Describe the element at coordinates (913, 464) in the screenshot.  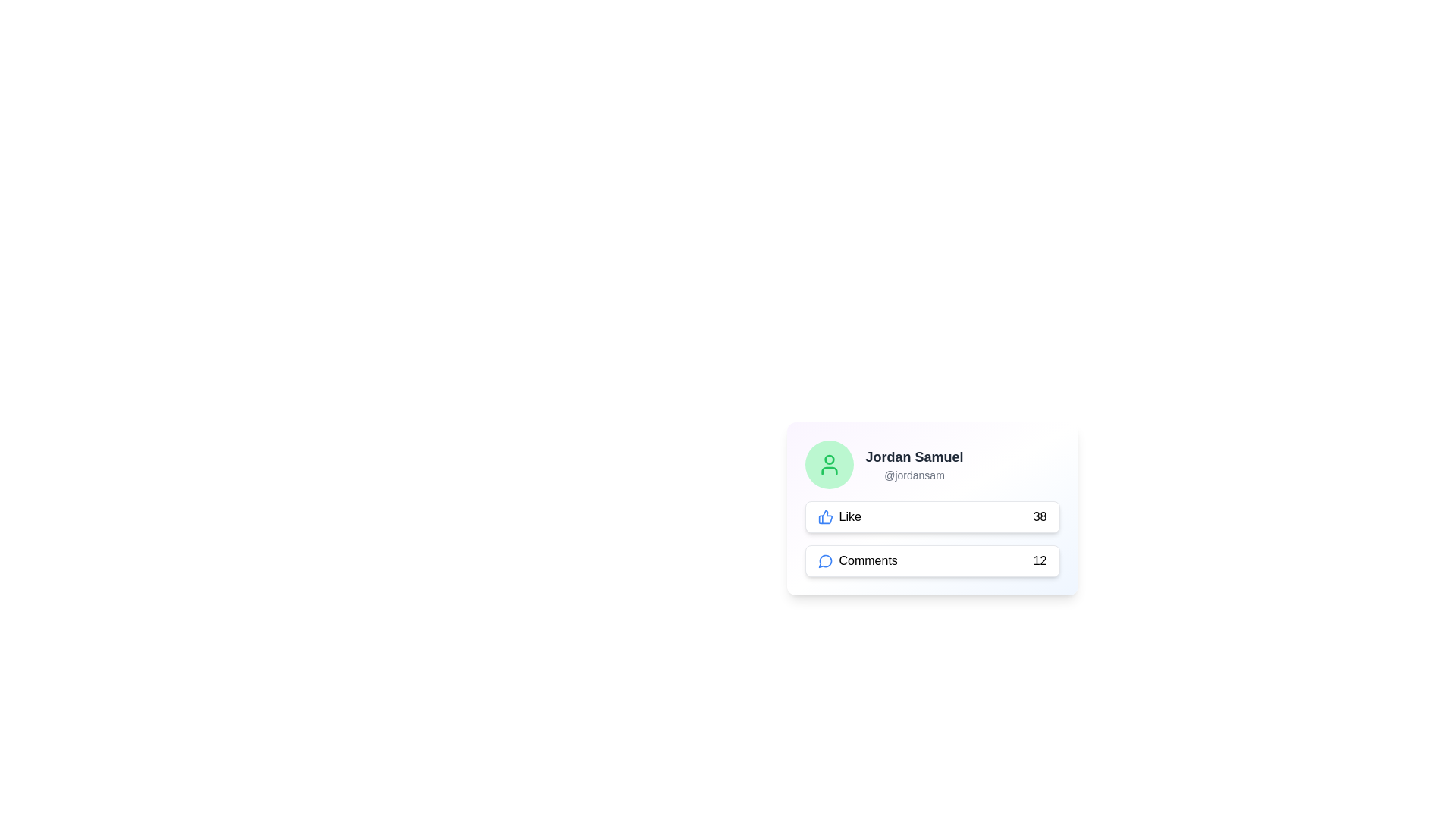
I see `text displayed in the Text Display element that shows a bold title 'Jordan Samuel' and a subdued '@jordansam' below it` at that location.